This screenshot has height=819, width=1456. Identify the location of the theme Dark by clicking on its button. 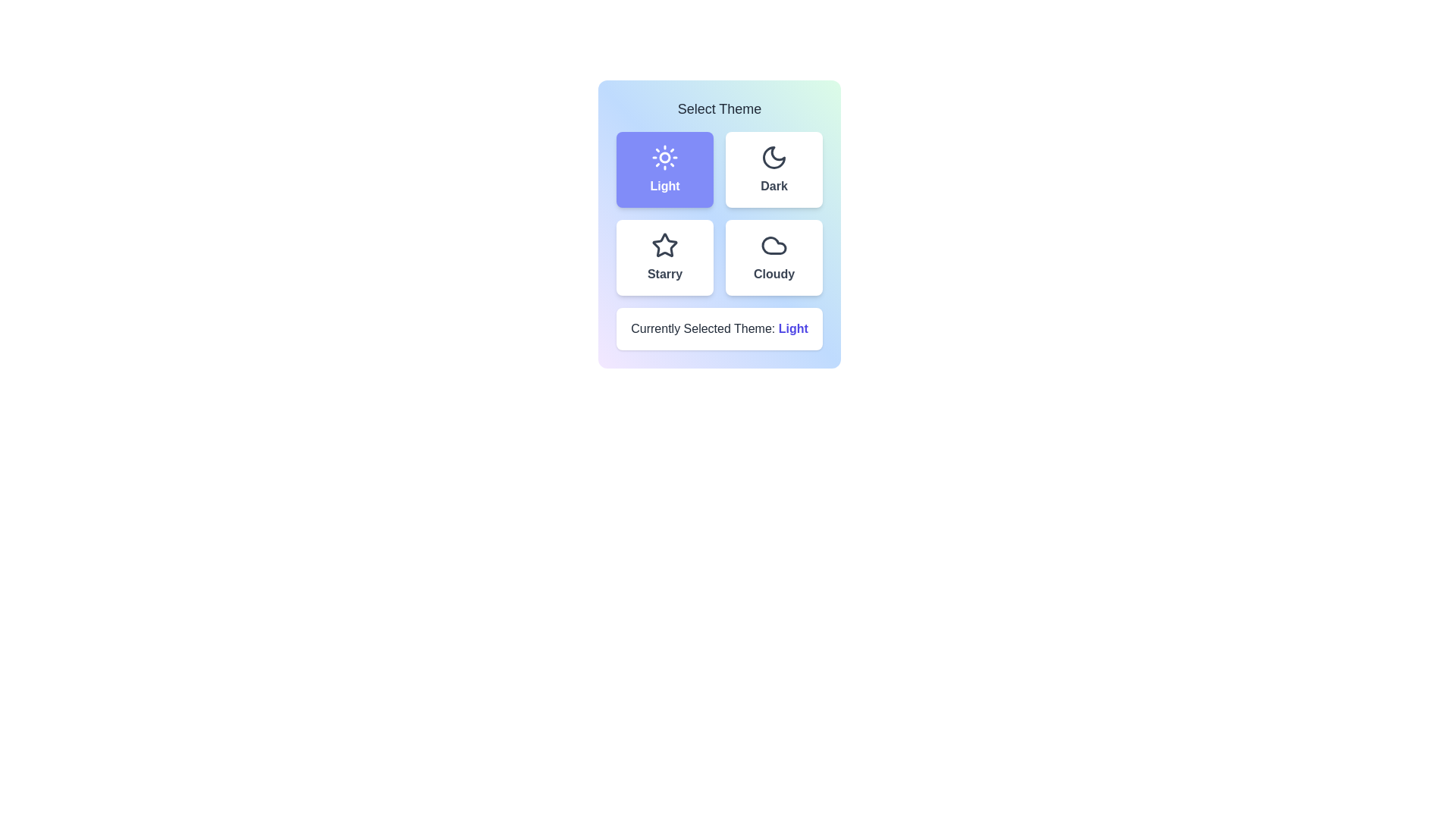
(774, 169).